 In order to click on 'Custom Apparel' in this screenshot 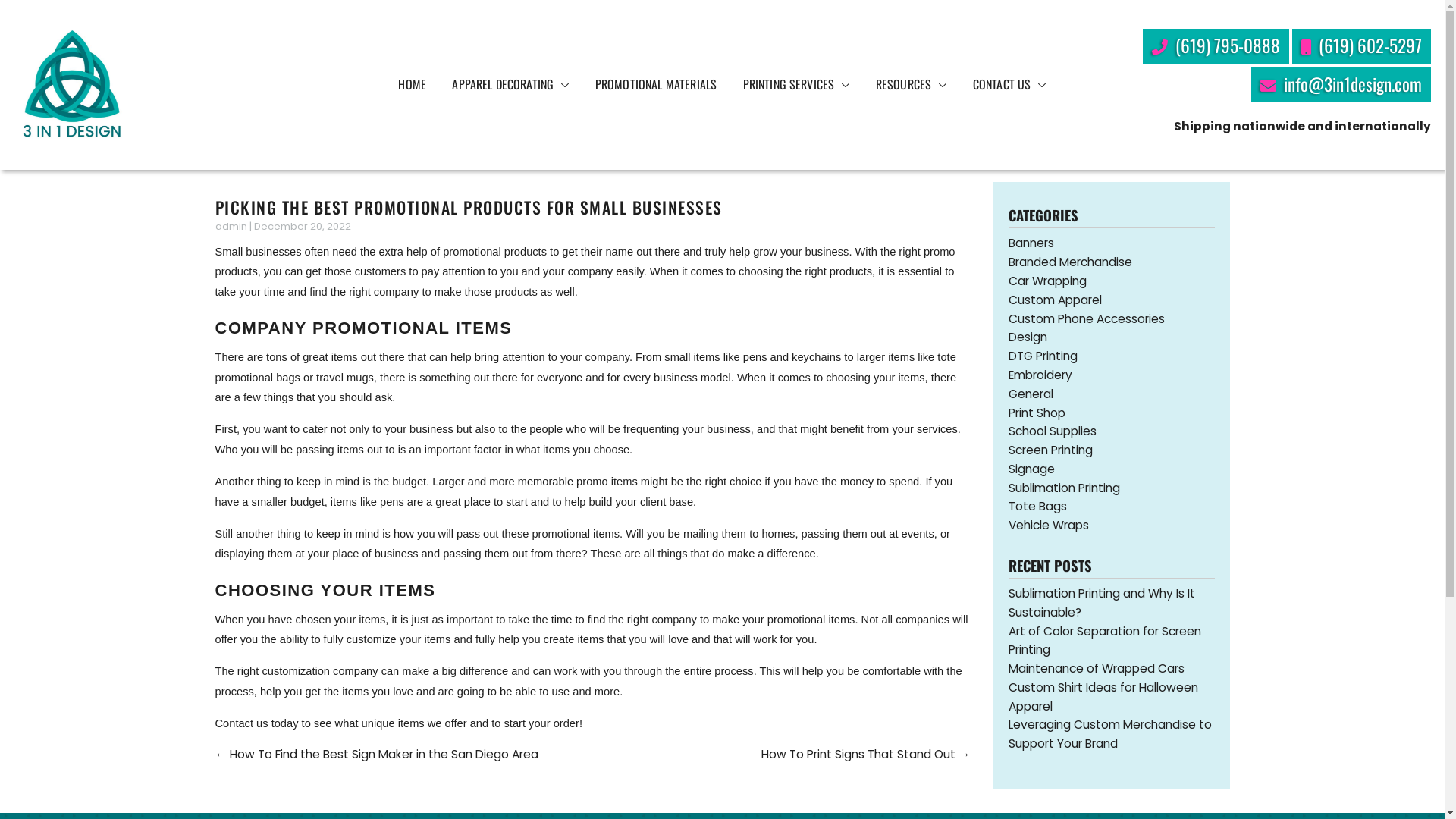, I will do `click(1054, 300)`.